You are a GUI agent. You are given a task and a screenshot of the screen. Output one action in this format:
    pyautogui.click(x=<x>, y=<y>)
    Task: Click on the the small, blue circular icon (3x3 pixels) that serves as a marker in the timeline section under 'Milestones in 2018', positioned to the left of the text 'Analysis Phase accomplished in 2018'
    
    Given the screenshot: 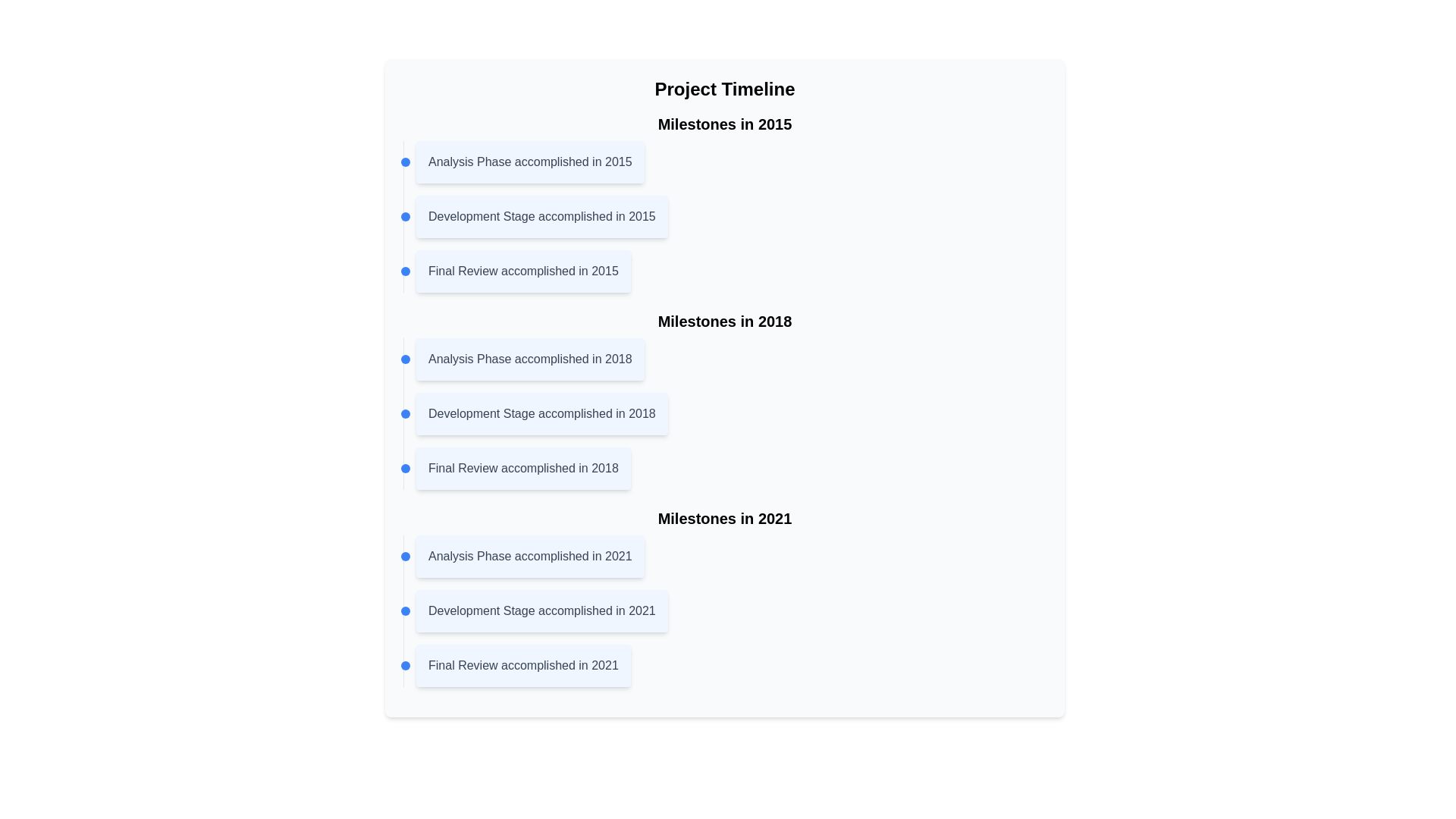 What is the action you would take?
    pyautogui.click(x=405, y=359)
    